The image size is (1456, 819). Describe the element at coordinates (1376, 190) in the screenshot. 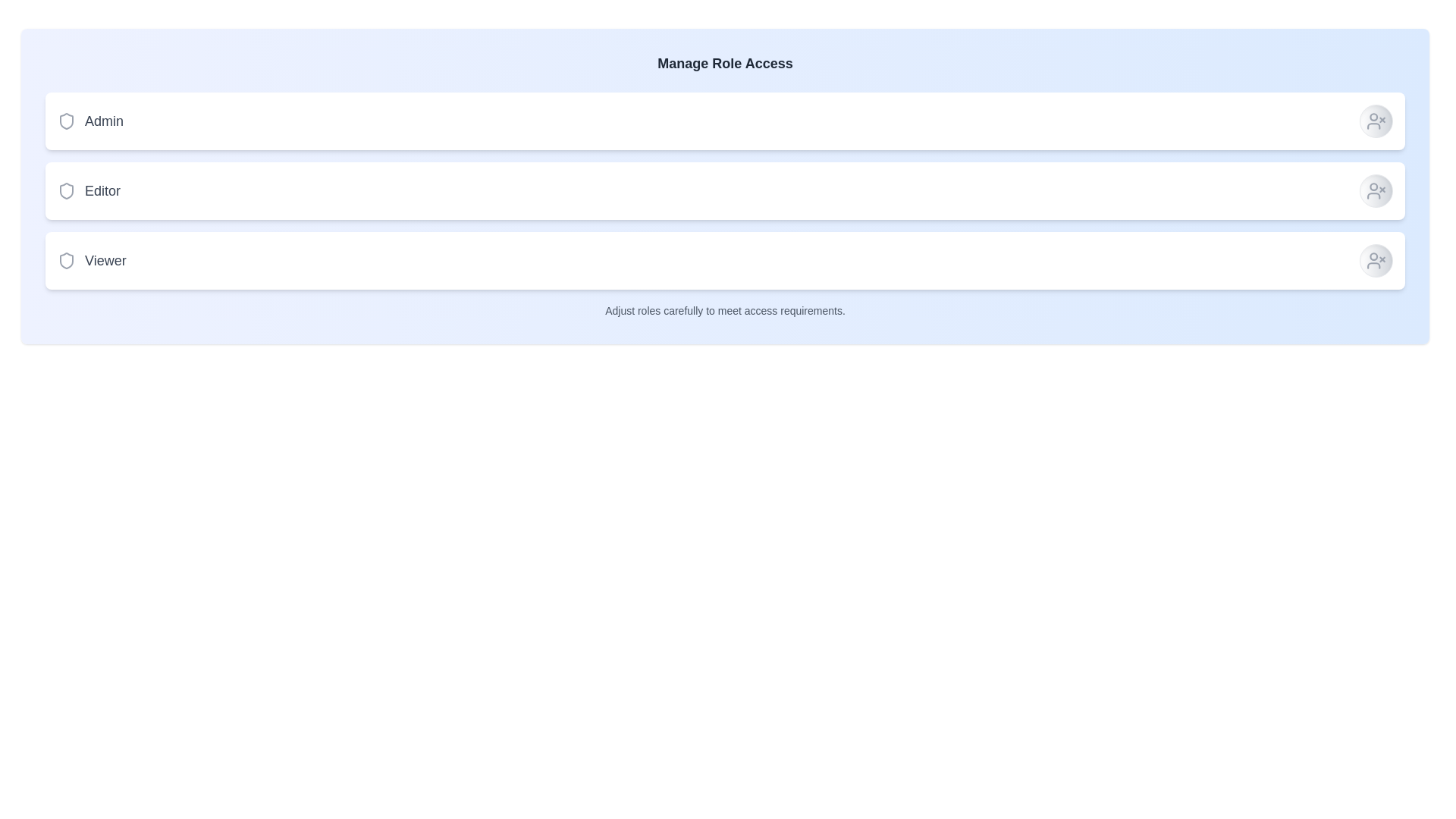

I see `the user silhouette icon with an 'X' in the circular button for the 'remove user' action` at that location.